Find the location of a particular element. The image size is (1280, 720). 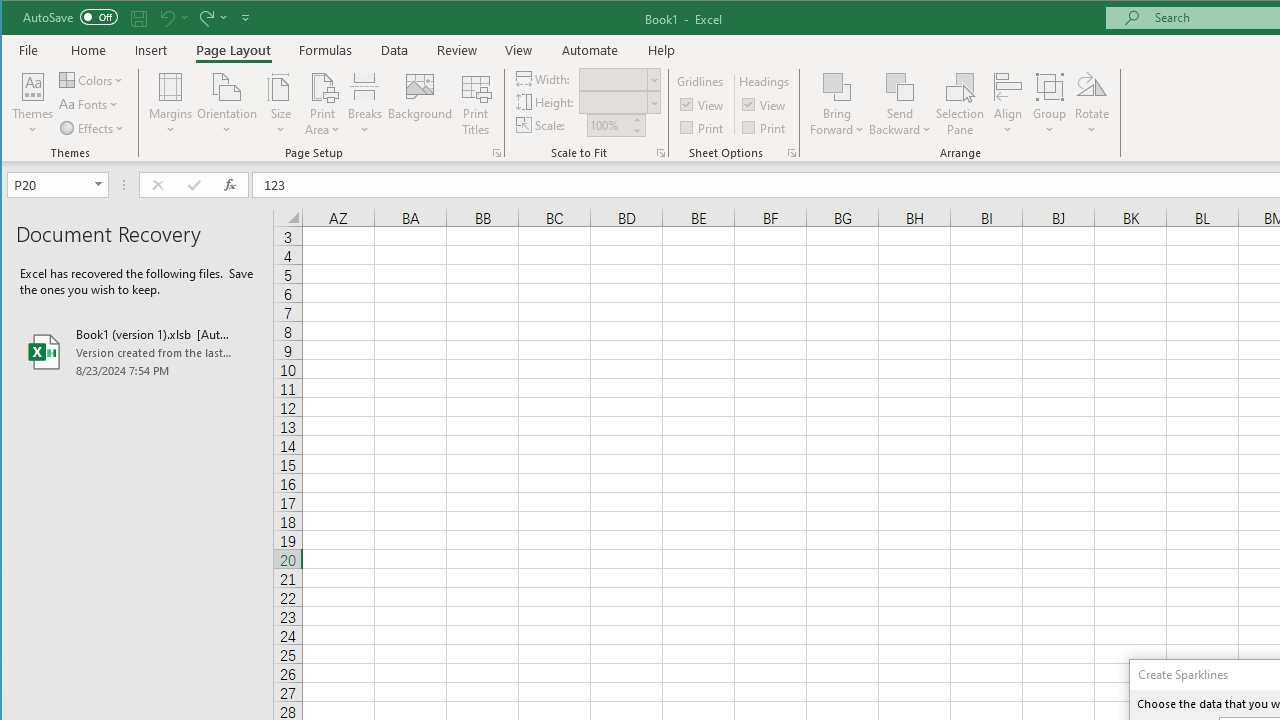

'Background...' is located at coordinates (419, 104).